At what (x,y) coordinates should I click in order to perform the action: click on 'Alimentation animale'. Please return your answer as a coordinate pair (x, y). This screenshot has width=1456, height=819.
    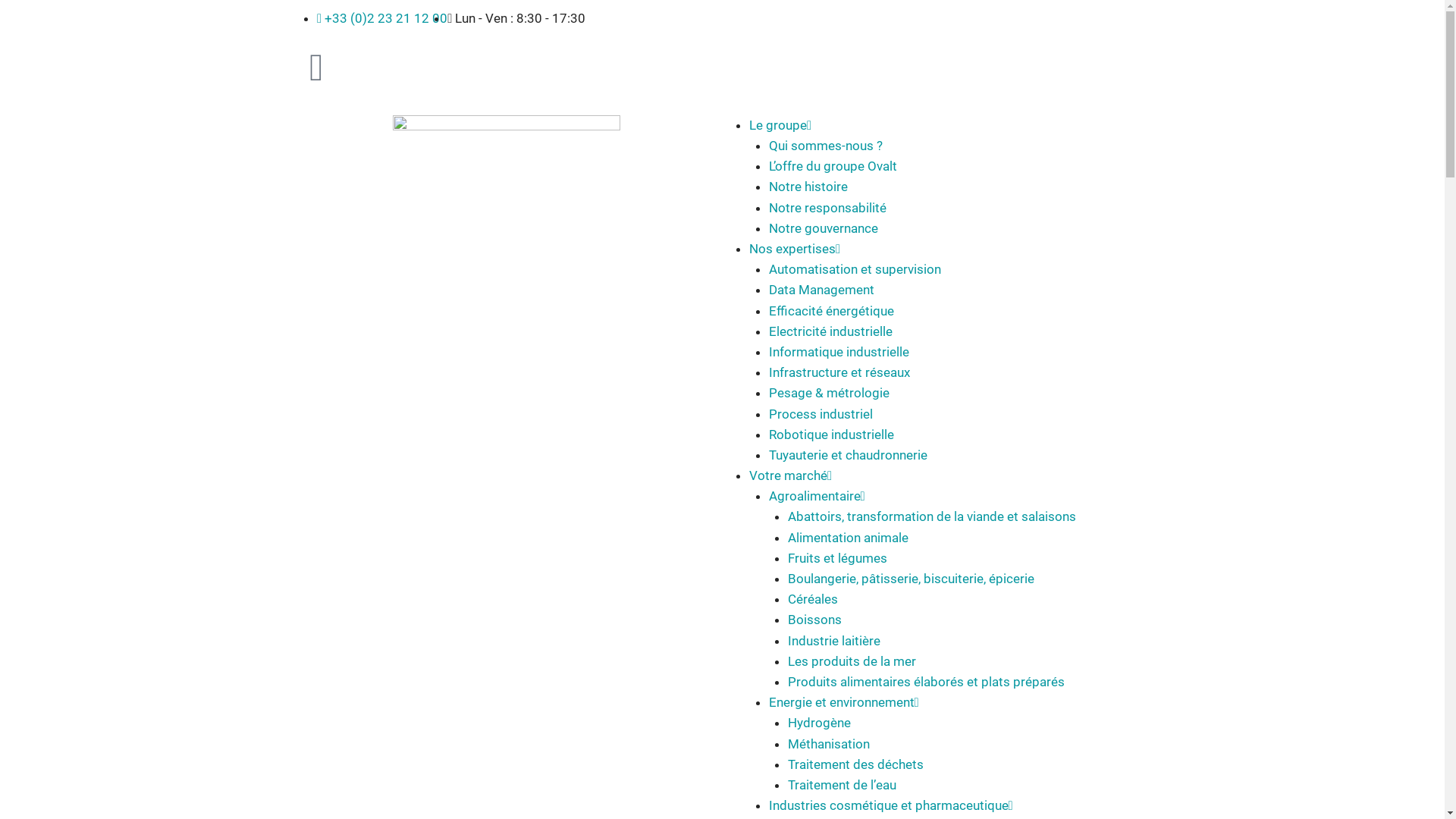
    Looking at the image, I should click on (847, 537).